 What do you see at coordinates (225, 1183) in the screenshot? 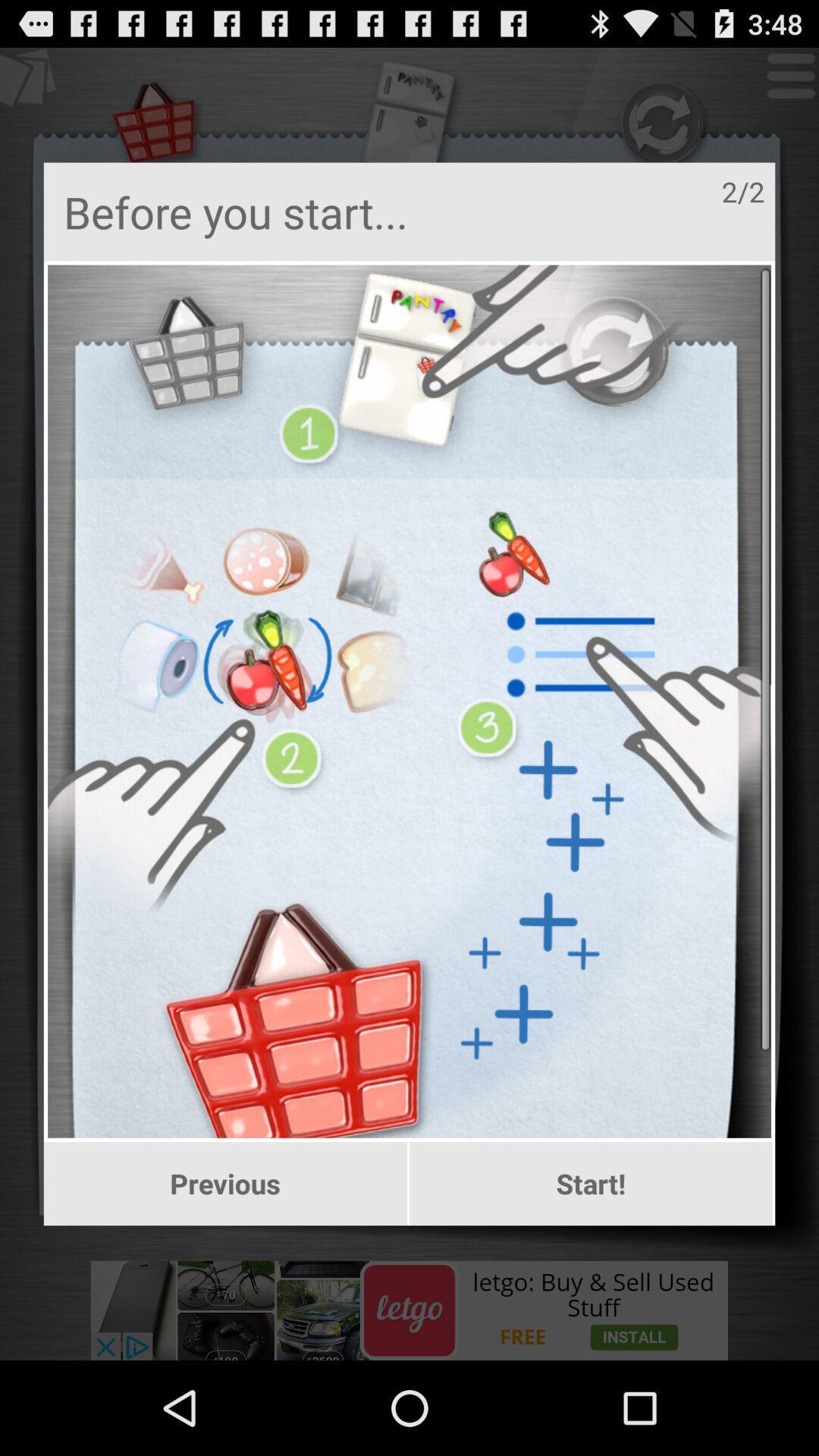
I see `icon at the bottom left corner` at bounding box center [225, 1183].